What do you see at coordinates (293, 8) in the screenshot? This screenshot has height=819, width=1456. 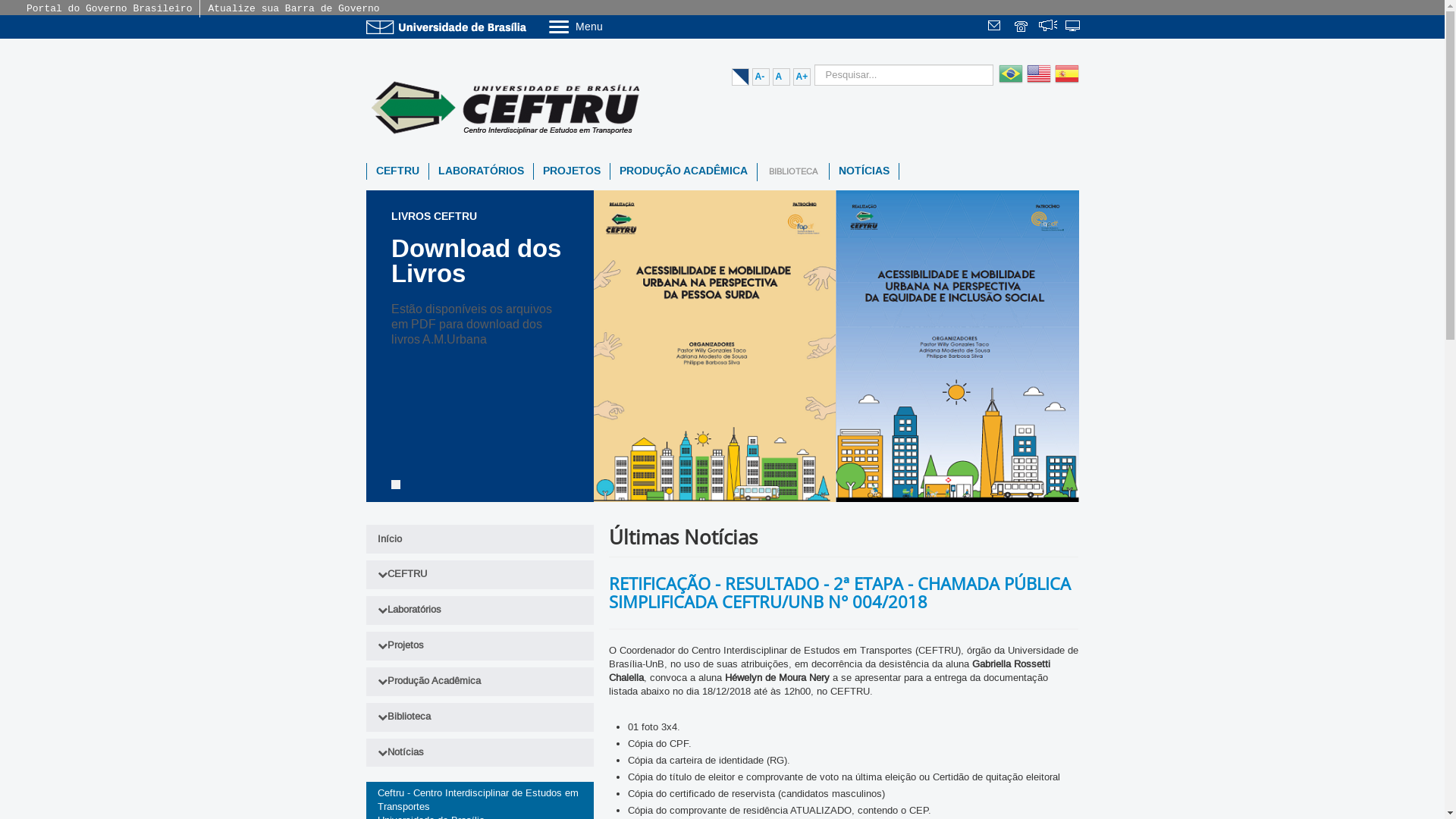 I see `'Atualize sua Barra de Governo'` at bounding box center [293, 8].